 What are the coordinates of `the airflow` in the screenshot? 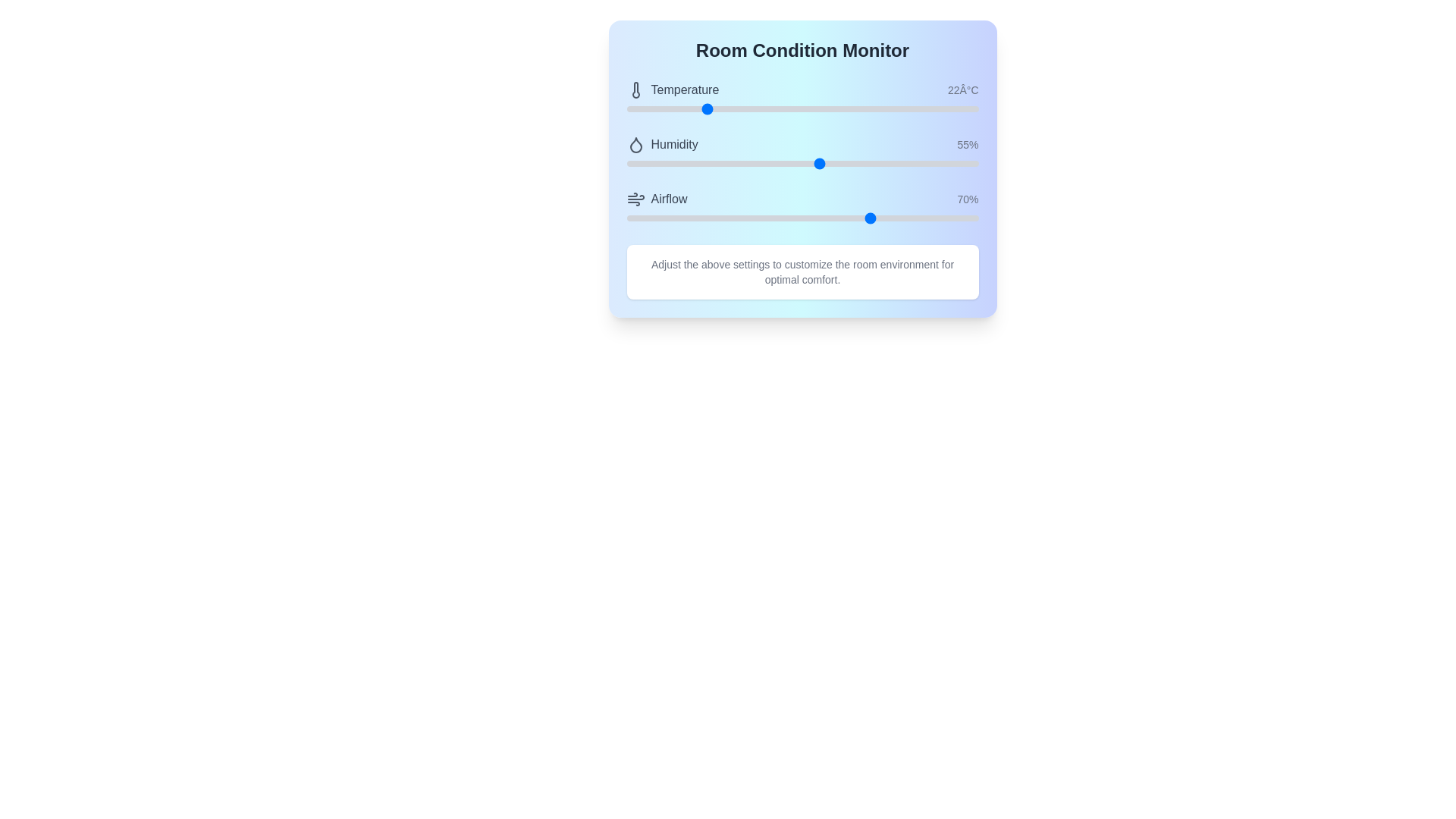 It's located at (935, 218).